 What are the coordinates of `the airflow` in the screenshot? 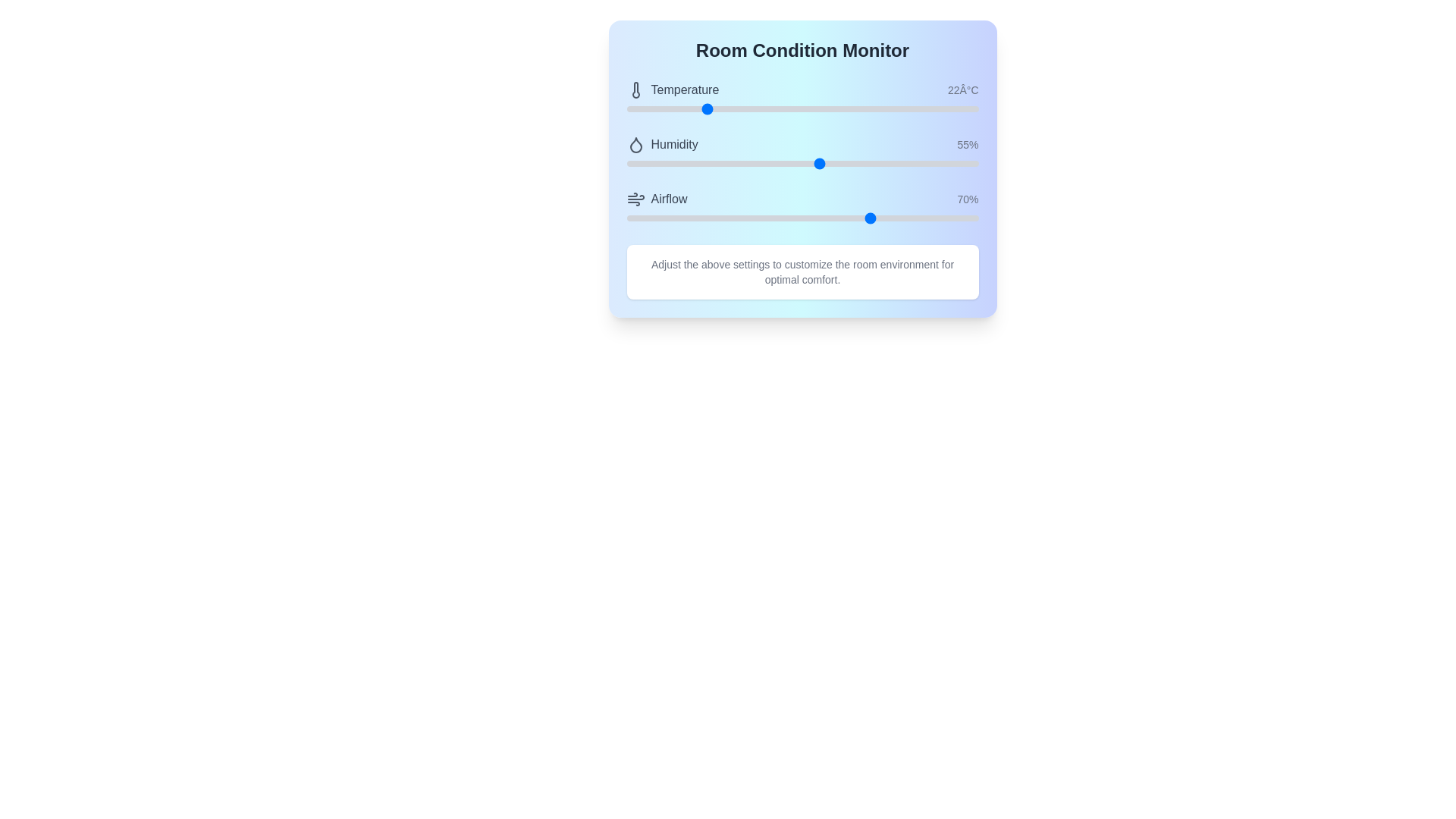 It's located at (935, 218).